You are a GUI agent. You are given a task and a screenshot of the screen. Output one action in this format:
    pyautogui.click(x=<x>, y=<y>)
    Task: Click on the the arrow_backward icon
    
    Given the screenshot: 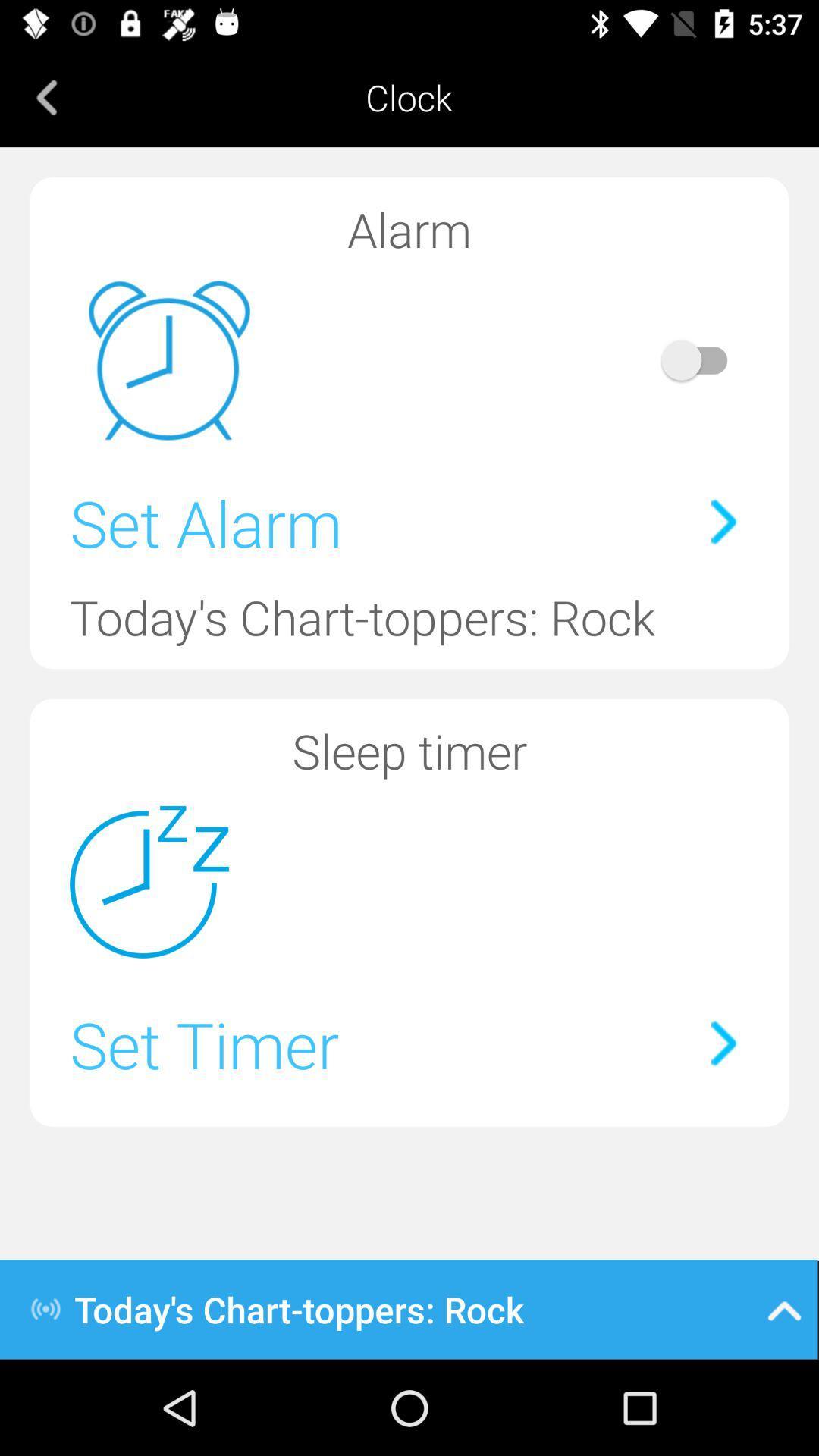 What is the action you would take?
    pyautogui.click(x=46, y=96)
    